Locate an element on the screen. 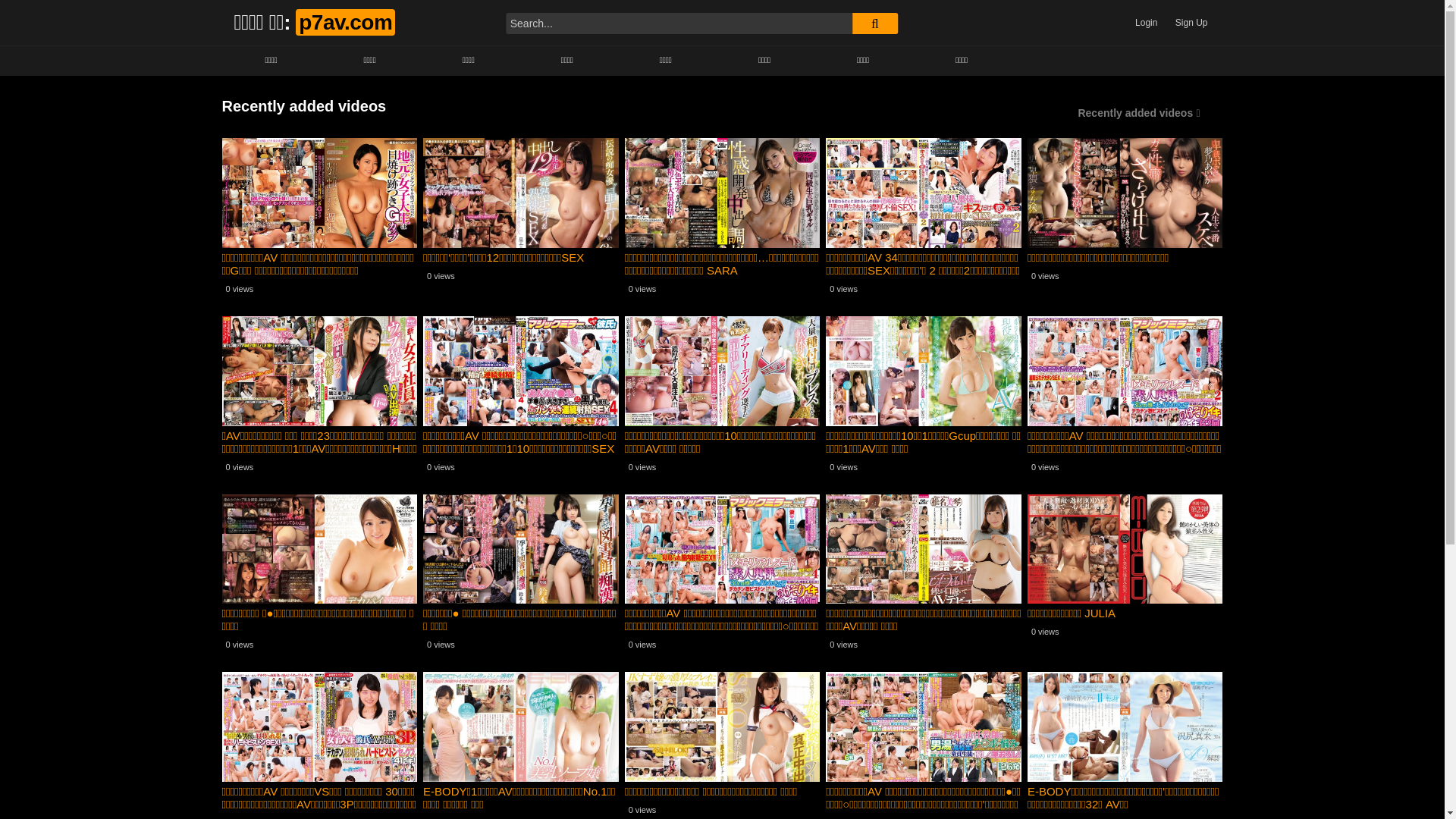  'Sign Up' is located at coordinates (1191, 23).